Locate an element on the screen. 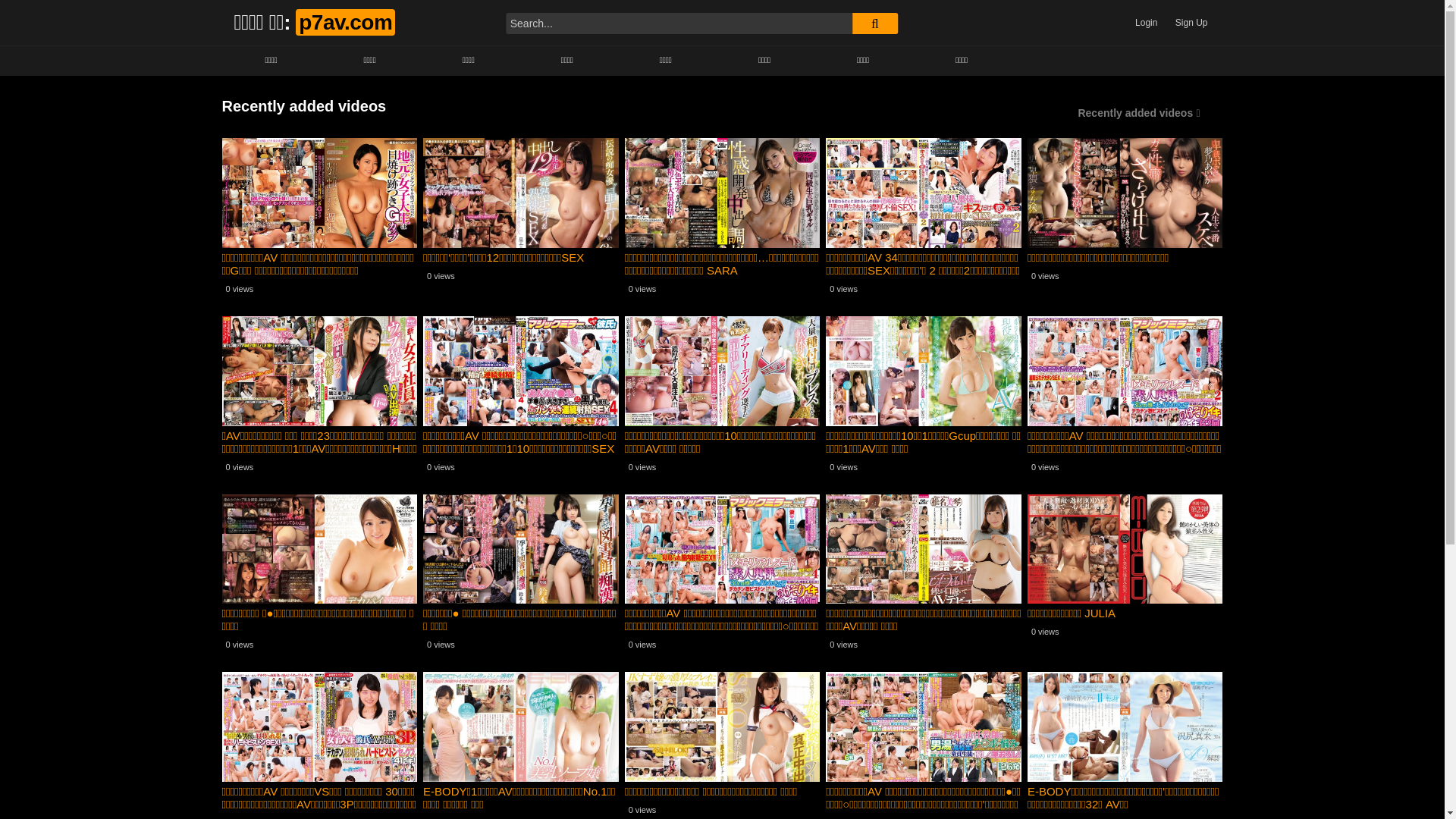  'Sign Up' is located at coordinates (1191, 23).